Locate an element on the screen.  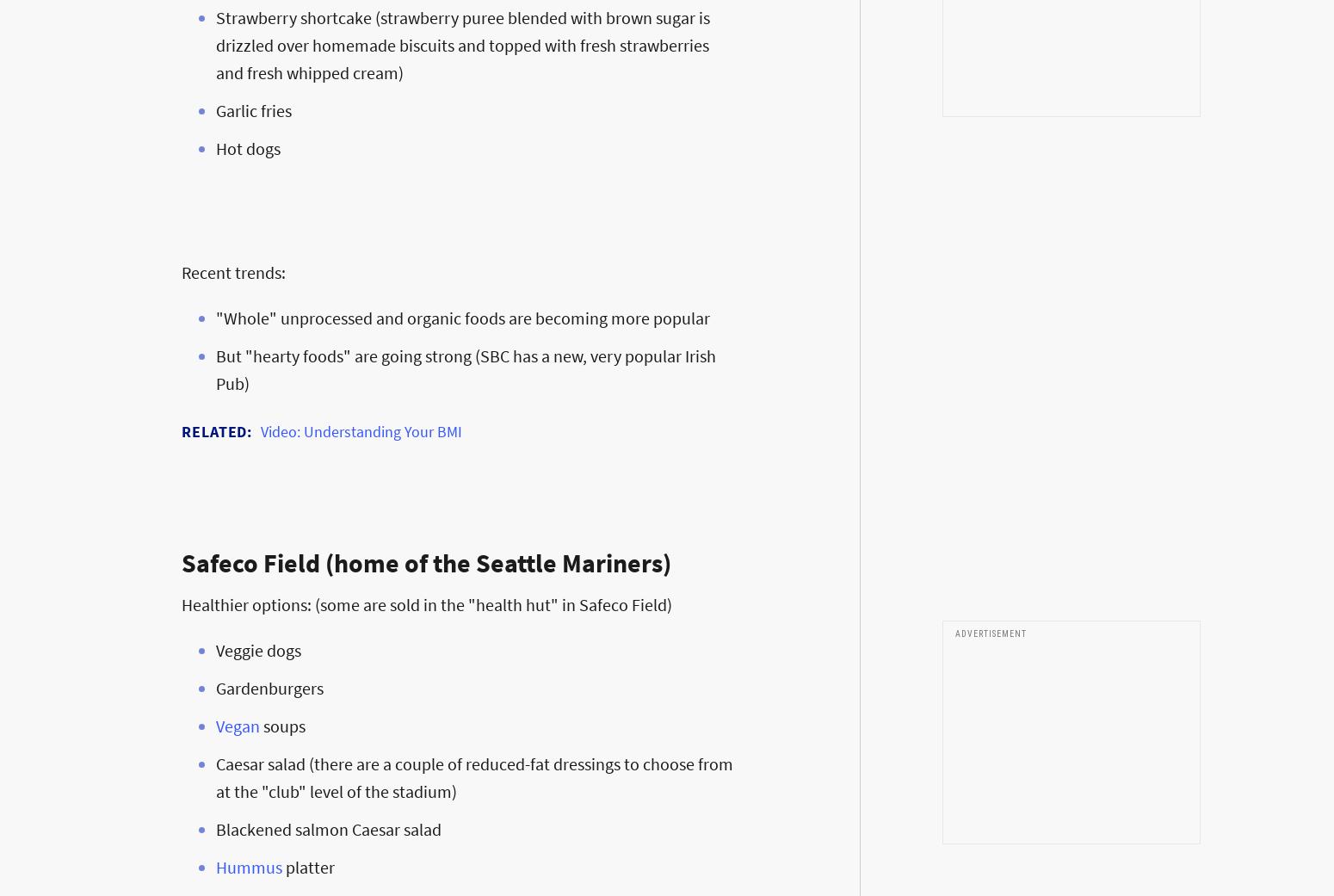
'Veggie dogs' is located at coordinates (258, 650).